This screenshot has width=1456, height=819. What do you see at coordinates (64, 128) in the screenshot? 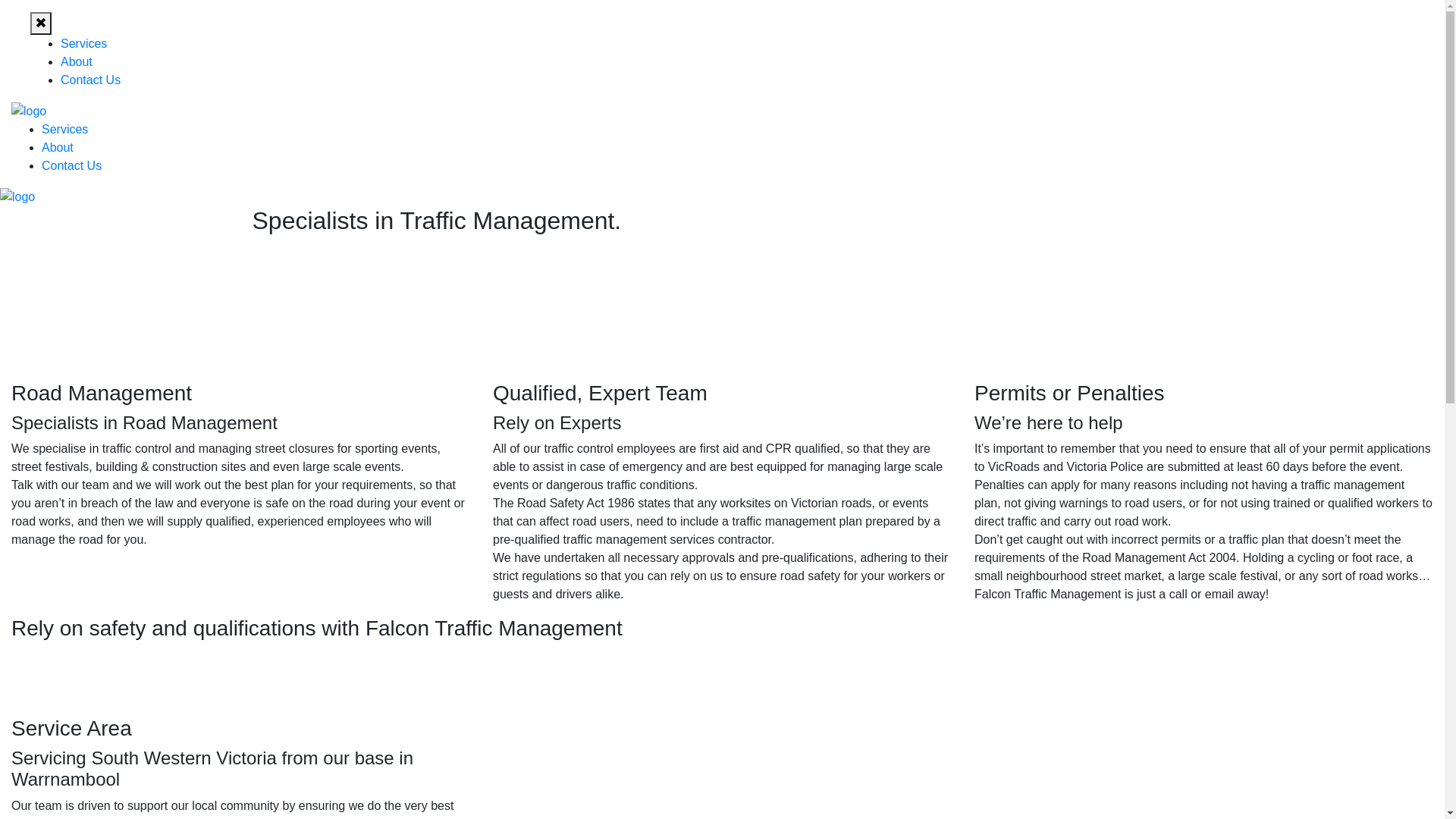
I see `'Services'` at bounding box center [64, 128].